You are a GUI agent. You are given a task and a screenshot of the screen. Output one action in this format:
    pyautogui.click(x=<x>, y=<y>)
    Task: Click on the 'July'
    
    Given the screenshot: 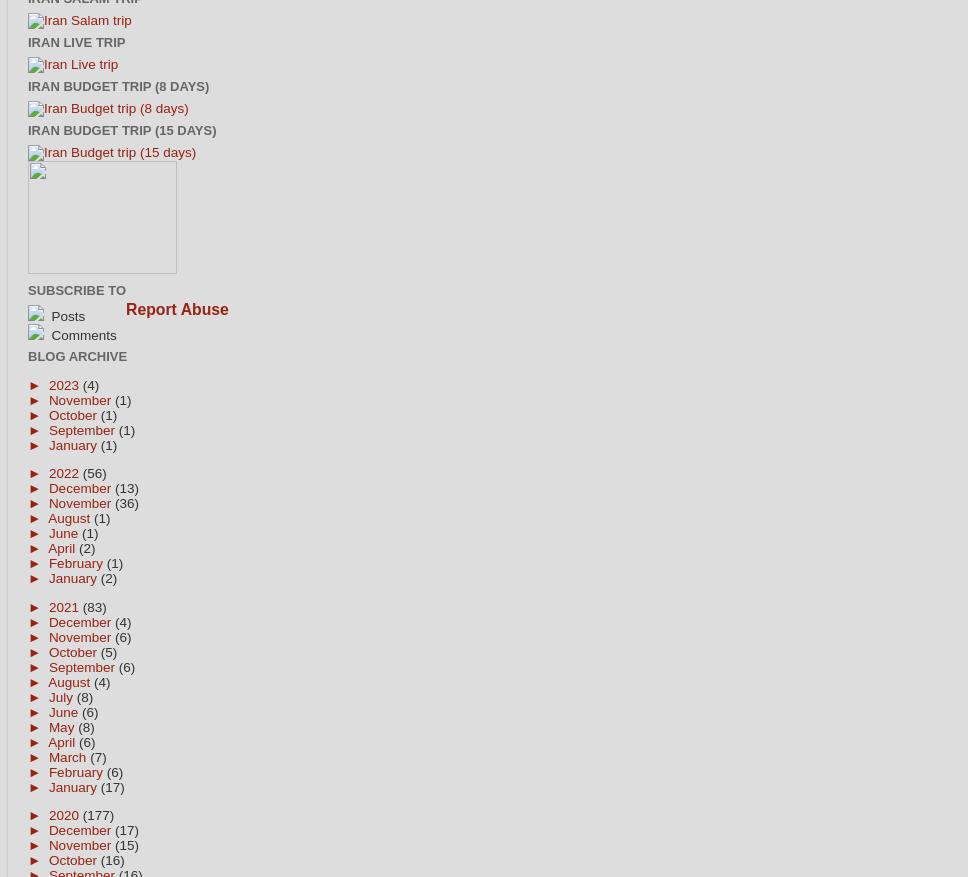 What is the action you would take?
    pyautogui.click(x=60, y=695)
    